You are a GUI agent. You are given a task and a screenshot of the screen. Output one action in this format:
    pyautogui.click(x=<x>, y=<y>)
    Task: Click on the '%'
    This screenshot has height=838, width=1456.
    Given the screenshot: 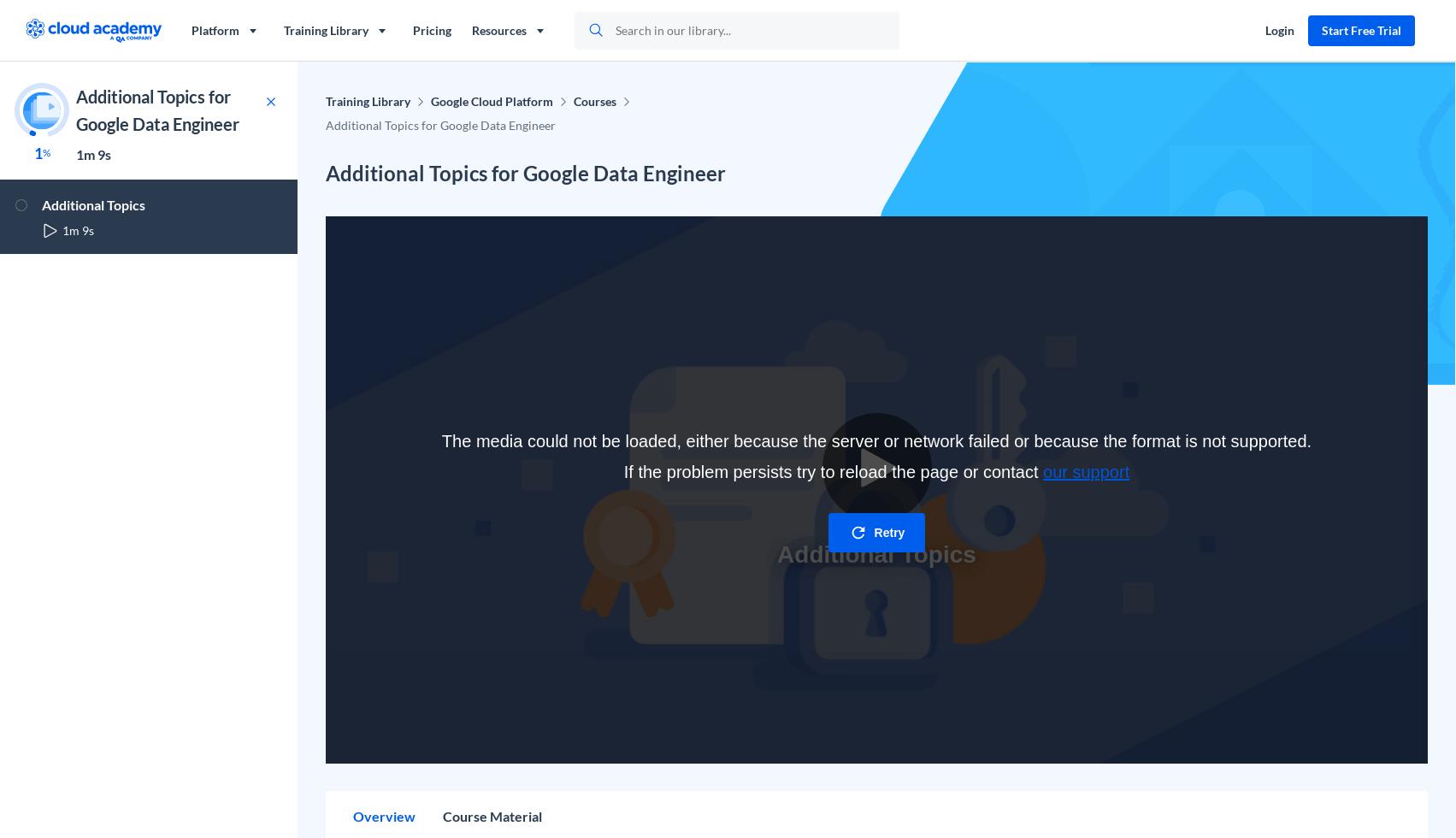 What is the action you would take?
    pyautogui.click(x=45, y=152)
    